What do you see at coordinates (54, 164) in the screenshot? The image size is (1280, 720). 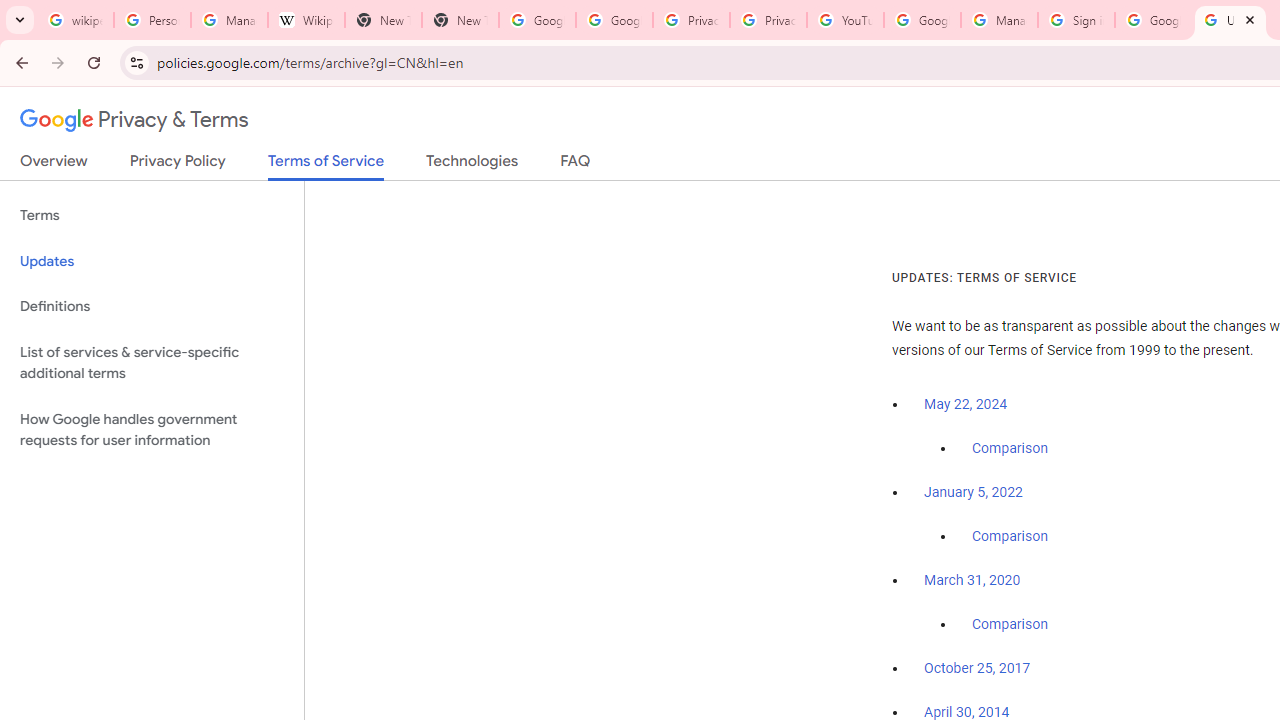 I see `'Overview'` at bounding box center [54, 164].